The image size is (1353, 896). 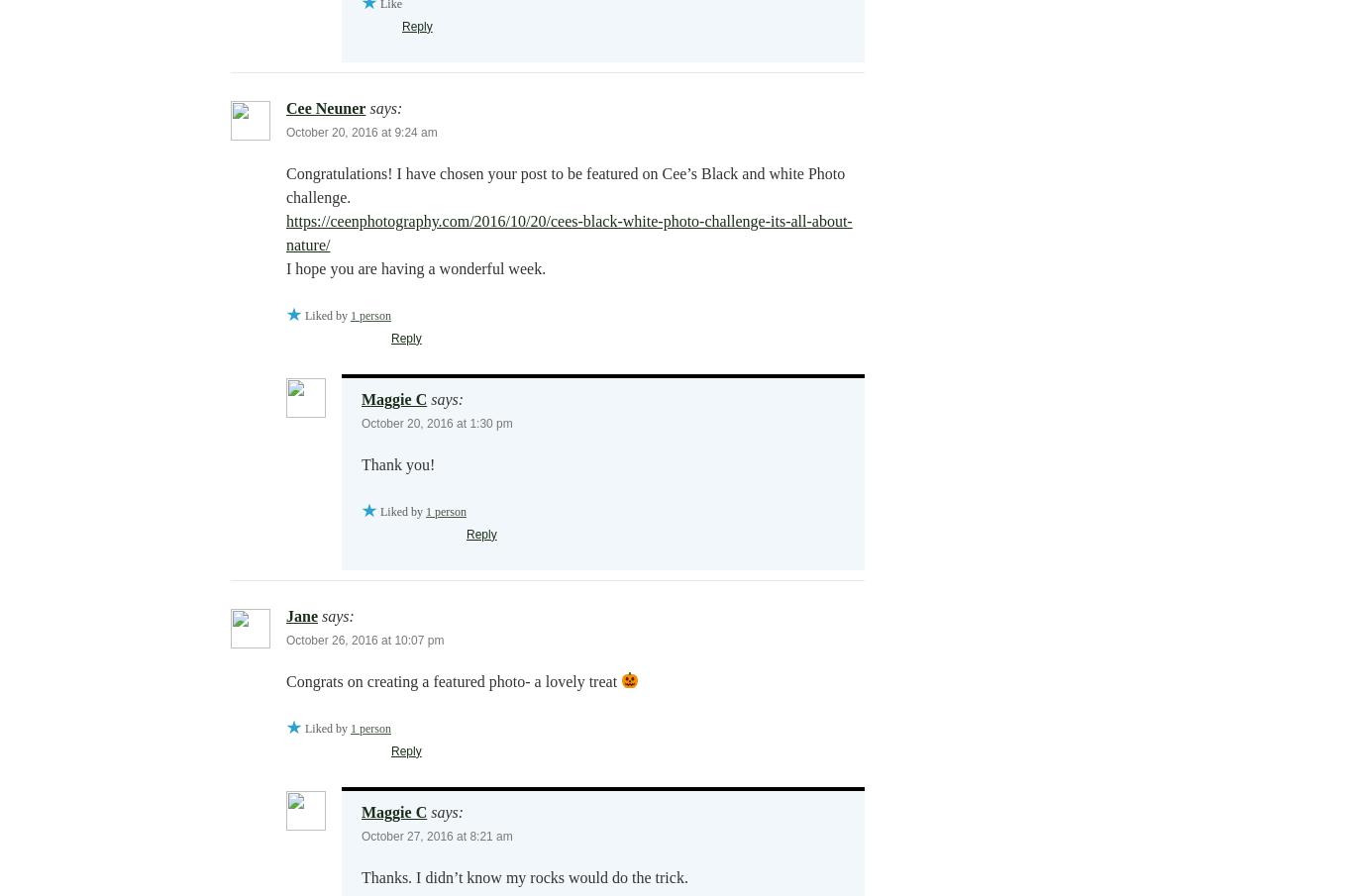 What do you see at coordinates (435, 835) in the screenshot?
I see `'October 27, 2016 at 8:21 am'` at bounding box center [435, 835].